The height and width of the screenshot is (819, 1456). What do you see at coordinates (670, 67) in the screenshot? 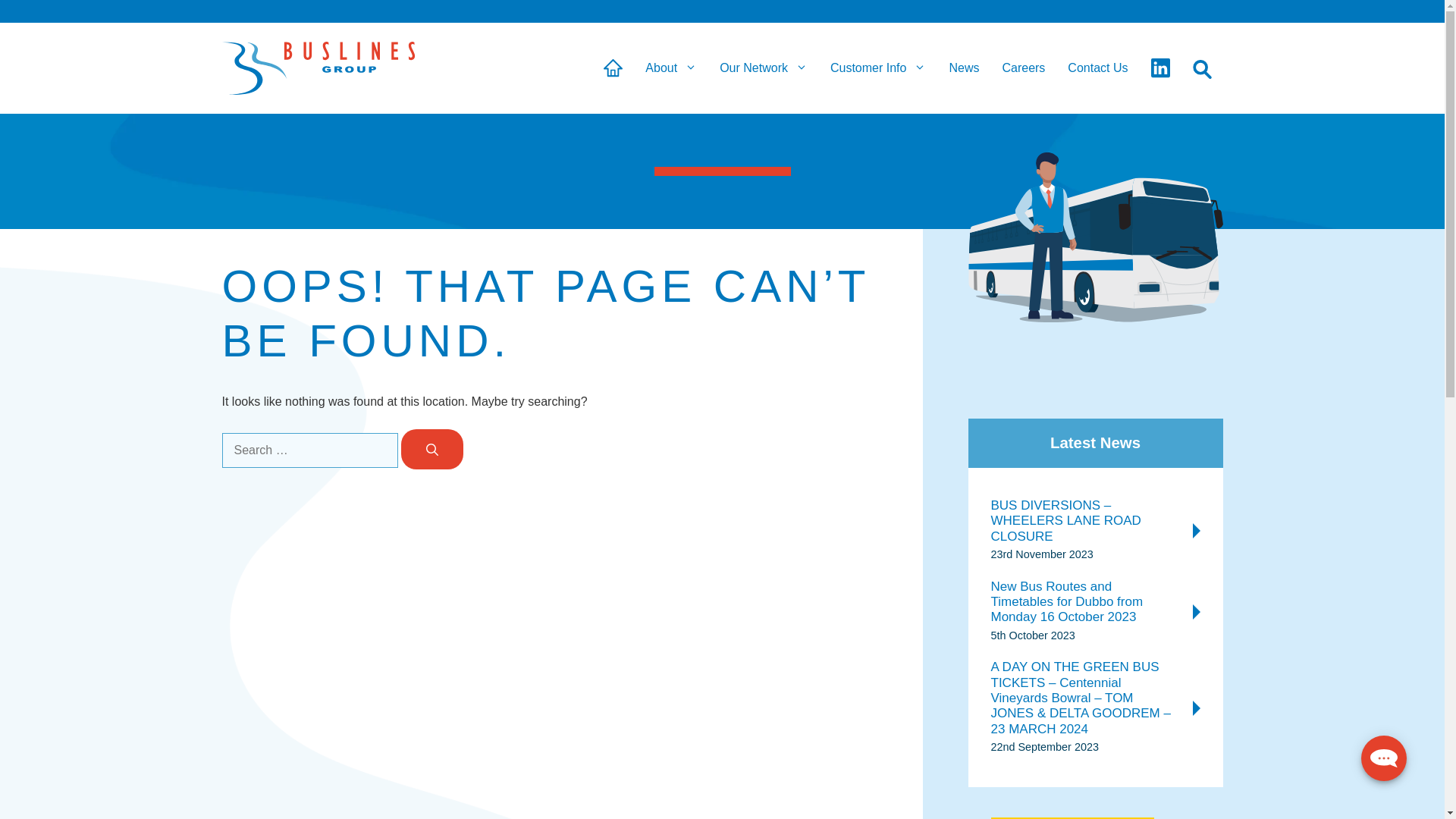
I see `'About'` at bounding box center [670, 67].